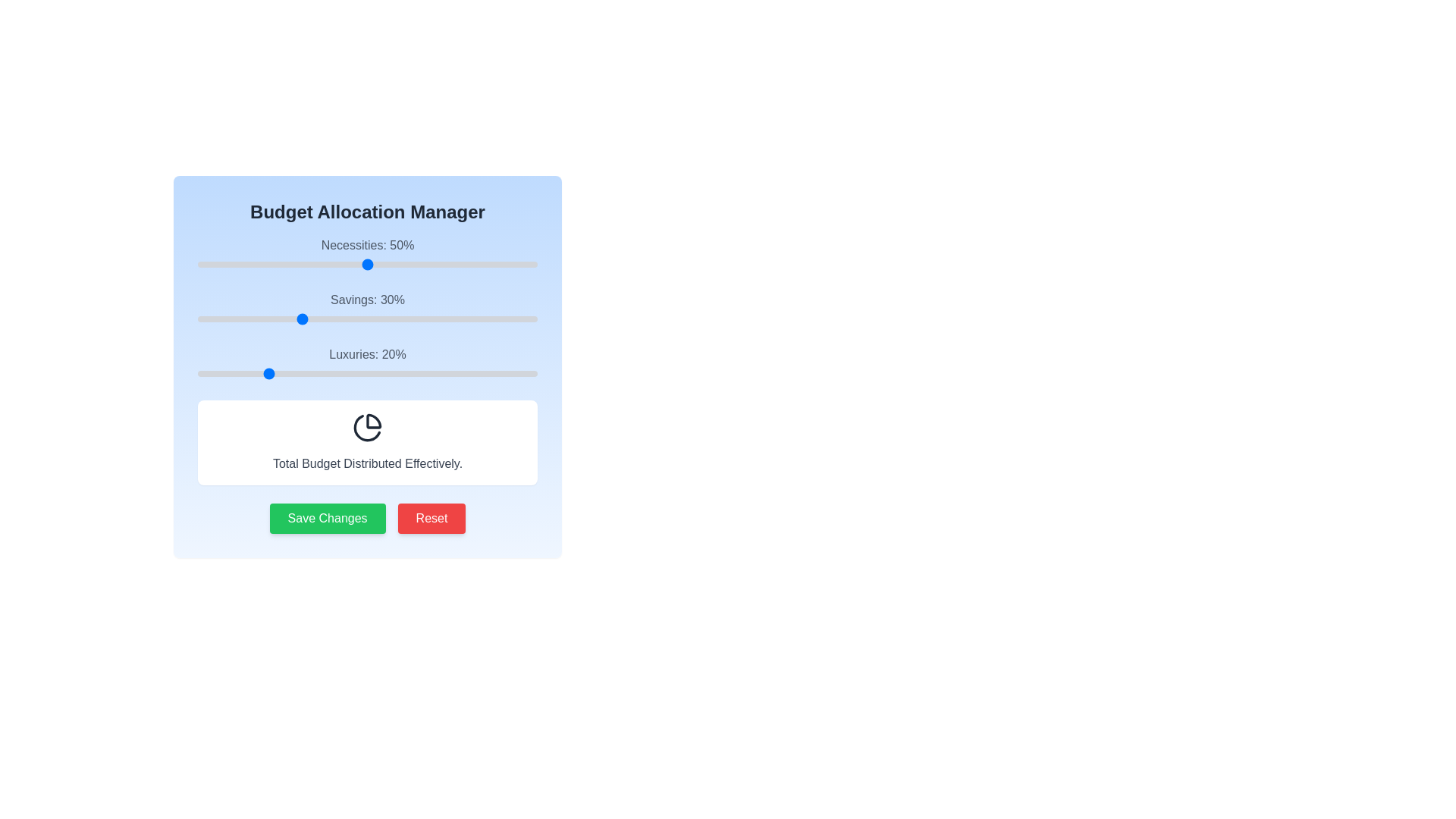 This screenshot has height=819, width=1456. Describe the element at coordinates (412, 318) in the screenshot. I see `savings percentage` at that location.